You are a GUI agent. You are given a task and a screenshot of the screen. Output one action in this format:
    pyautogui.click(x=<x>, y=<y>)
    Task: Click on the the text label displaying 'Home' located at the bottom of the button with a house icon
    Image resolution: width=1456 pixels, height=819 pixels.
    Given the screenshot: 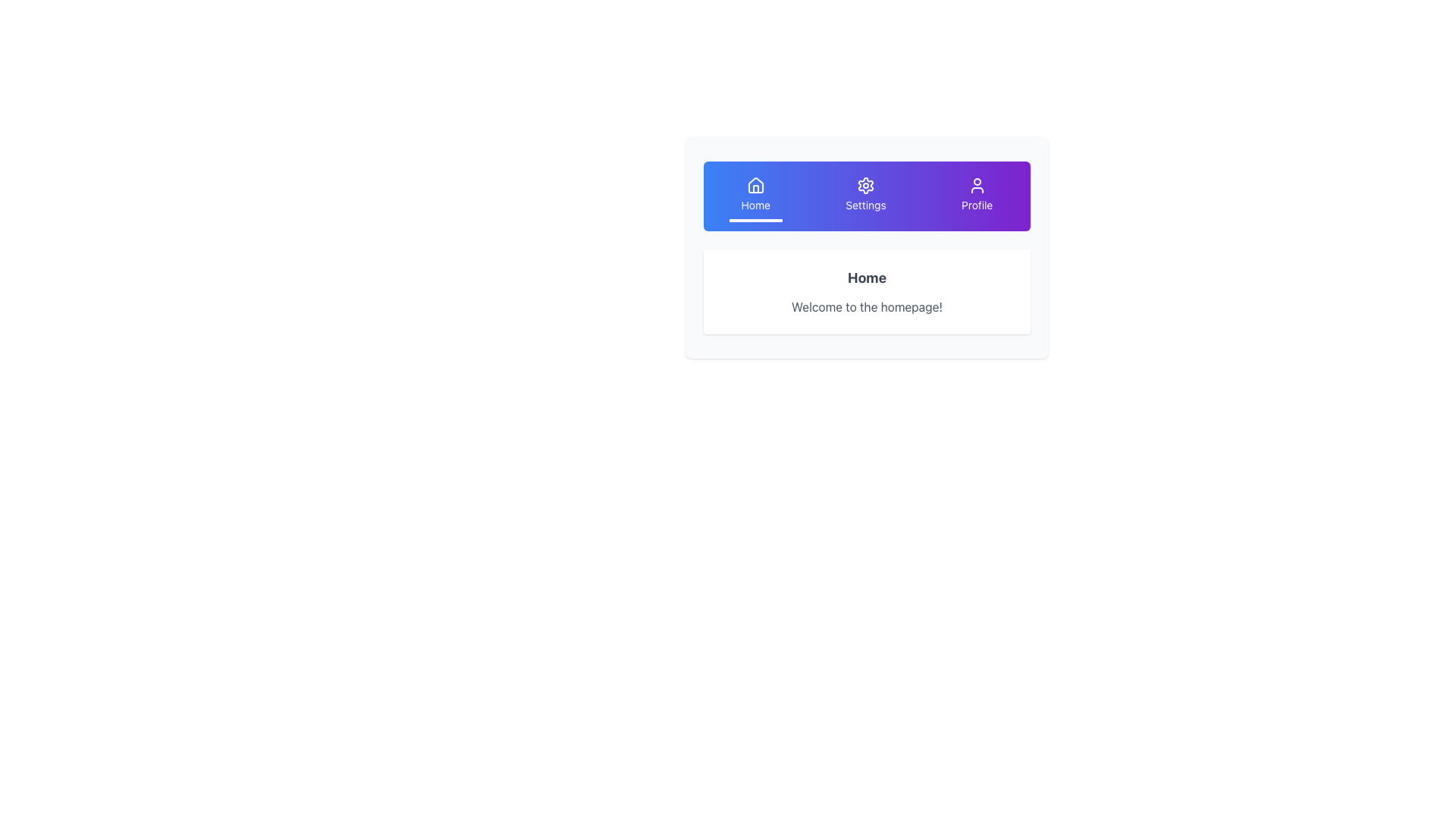 What is the action you would take?
    pyautogui.click(x=755, y=205)
    